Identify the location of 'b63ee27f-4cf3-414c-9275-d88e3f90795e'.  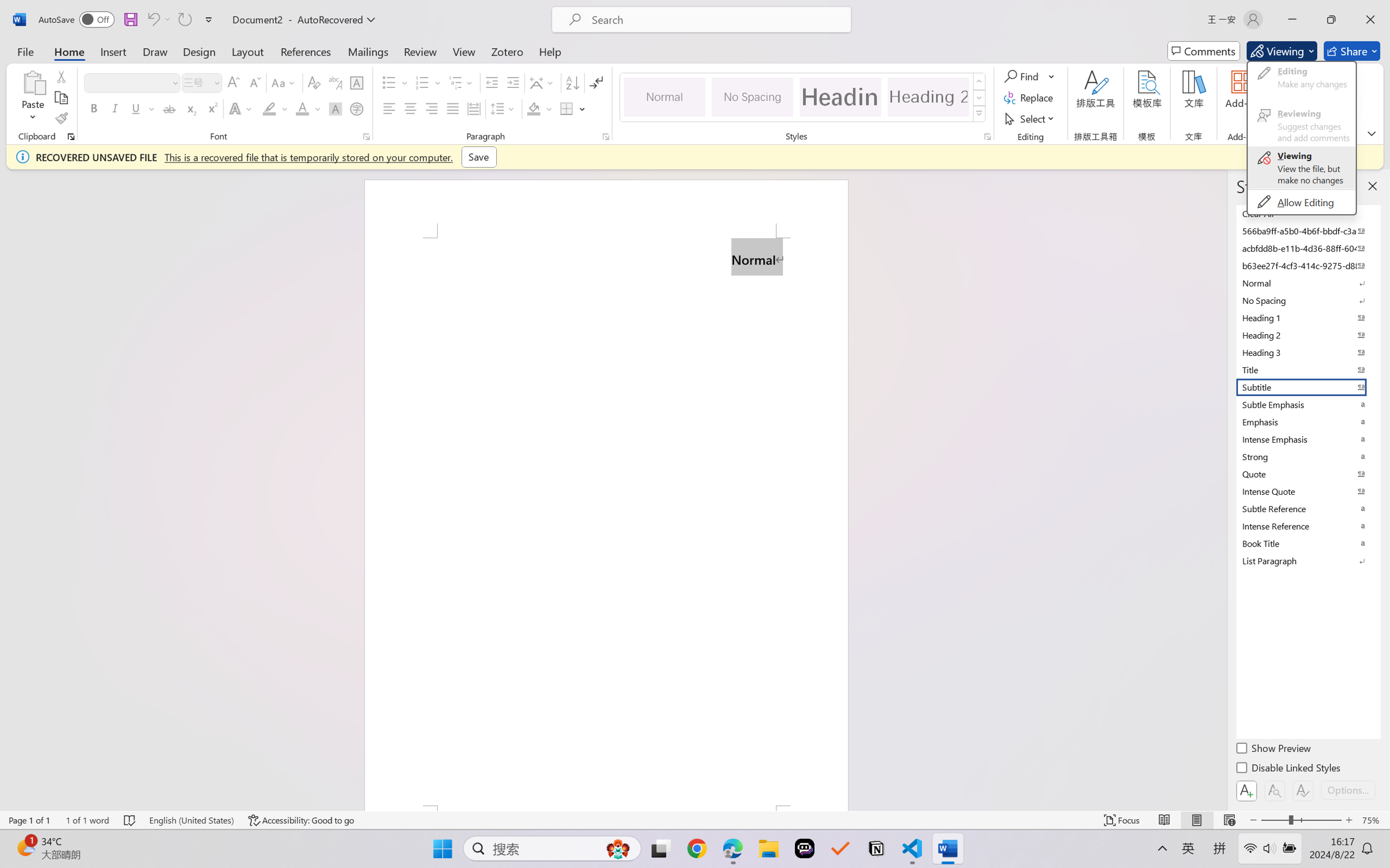
(1307, 265).